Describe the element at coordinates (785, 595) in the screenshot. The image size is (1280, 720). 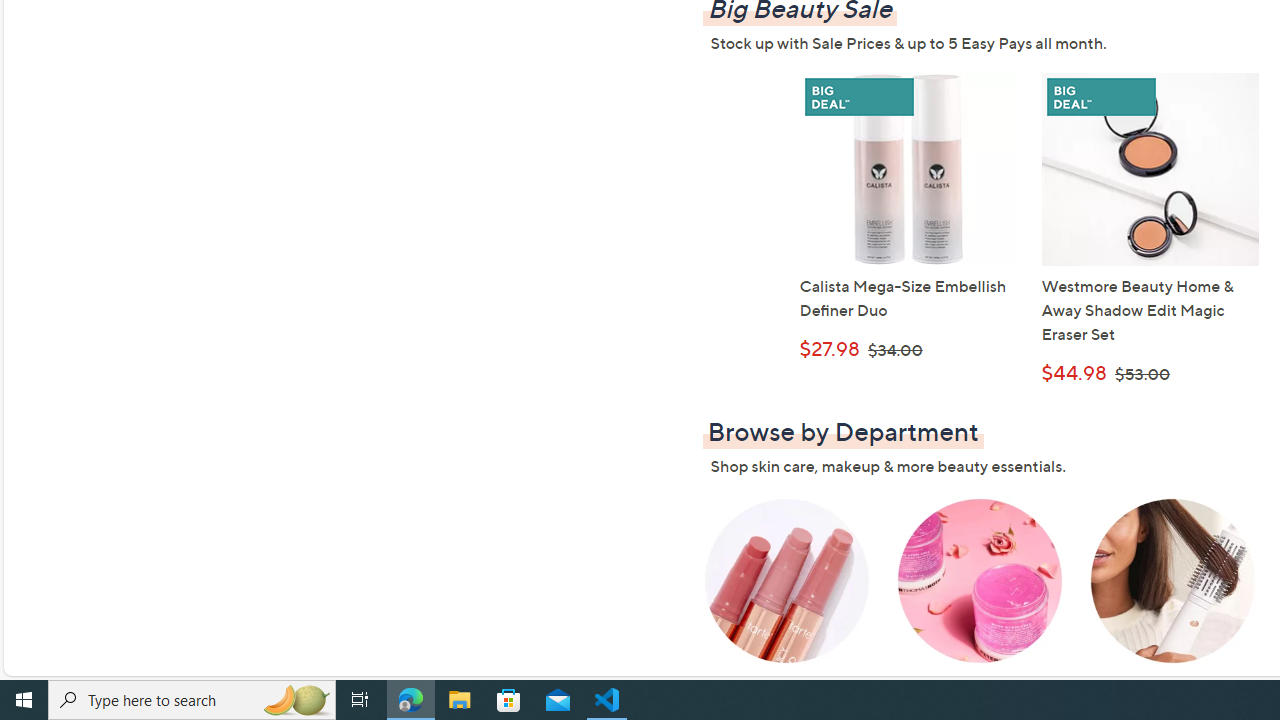
I see `'Makeup'` at that location.